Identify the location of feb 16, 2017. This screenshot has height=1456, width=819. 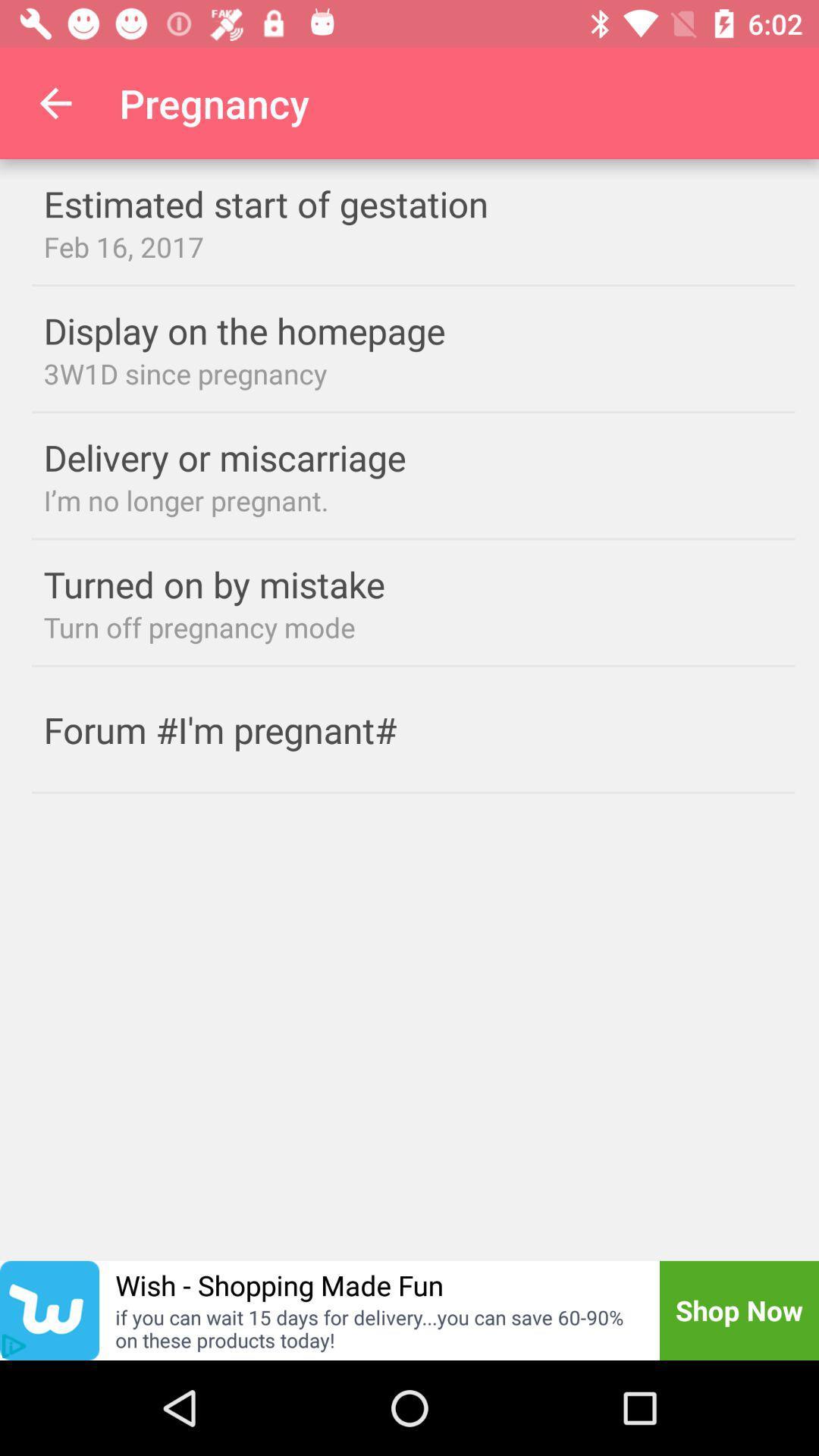
(413, 246).